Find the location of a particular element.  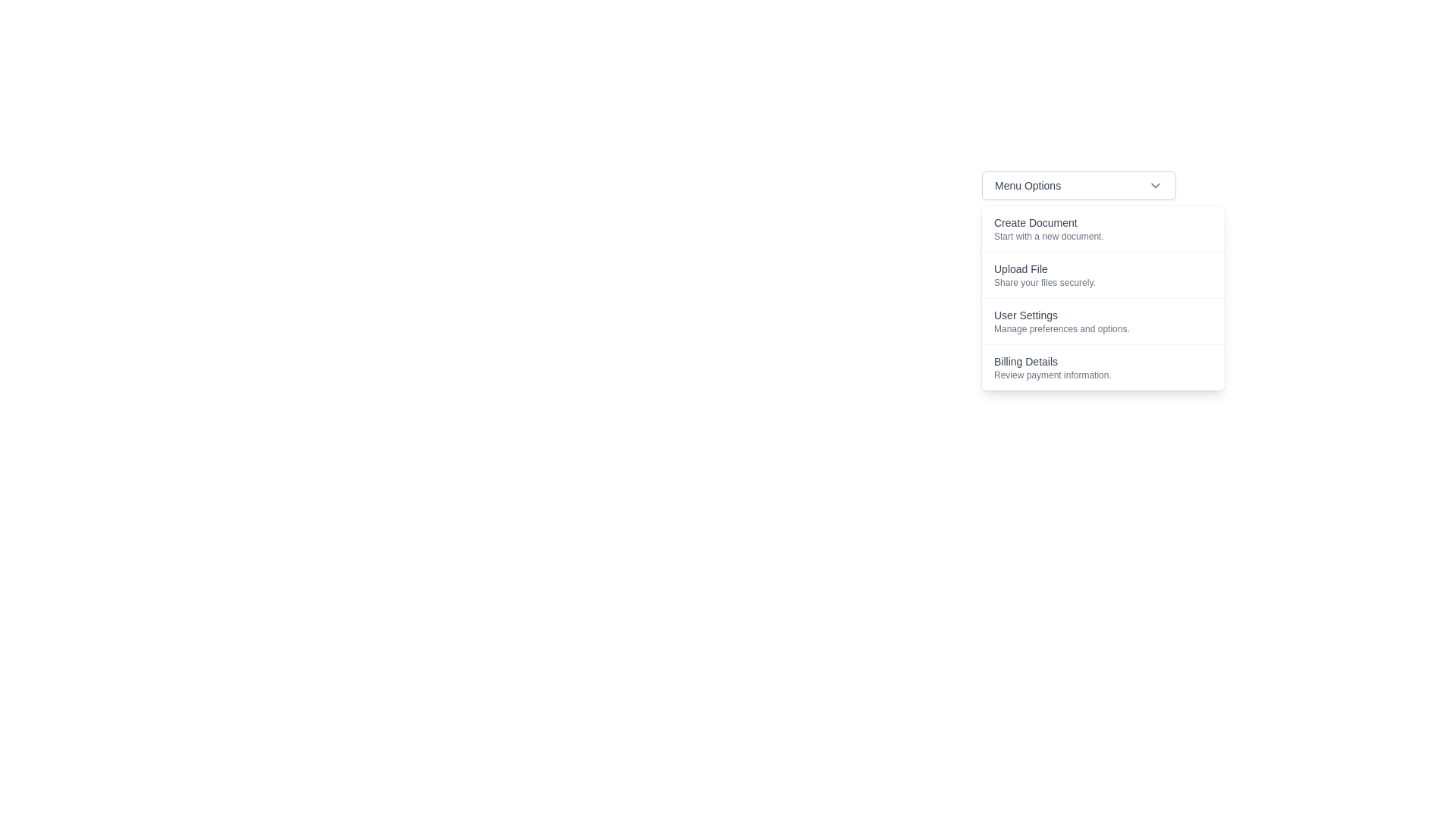

the 'Billing Details' menu item located at the bottom of the dropdown menu under 'User Settings' is located at coordinates (1103, 367).